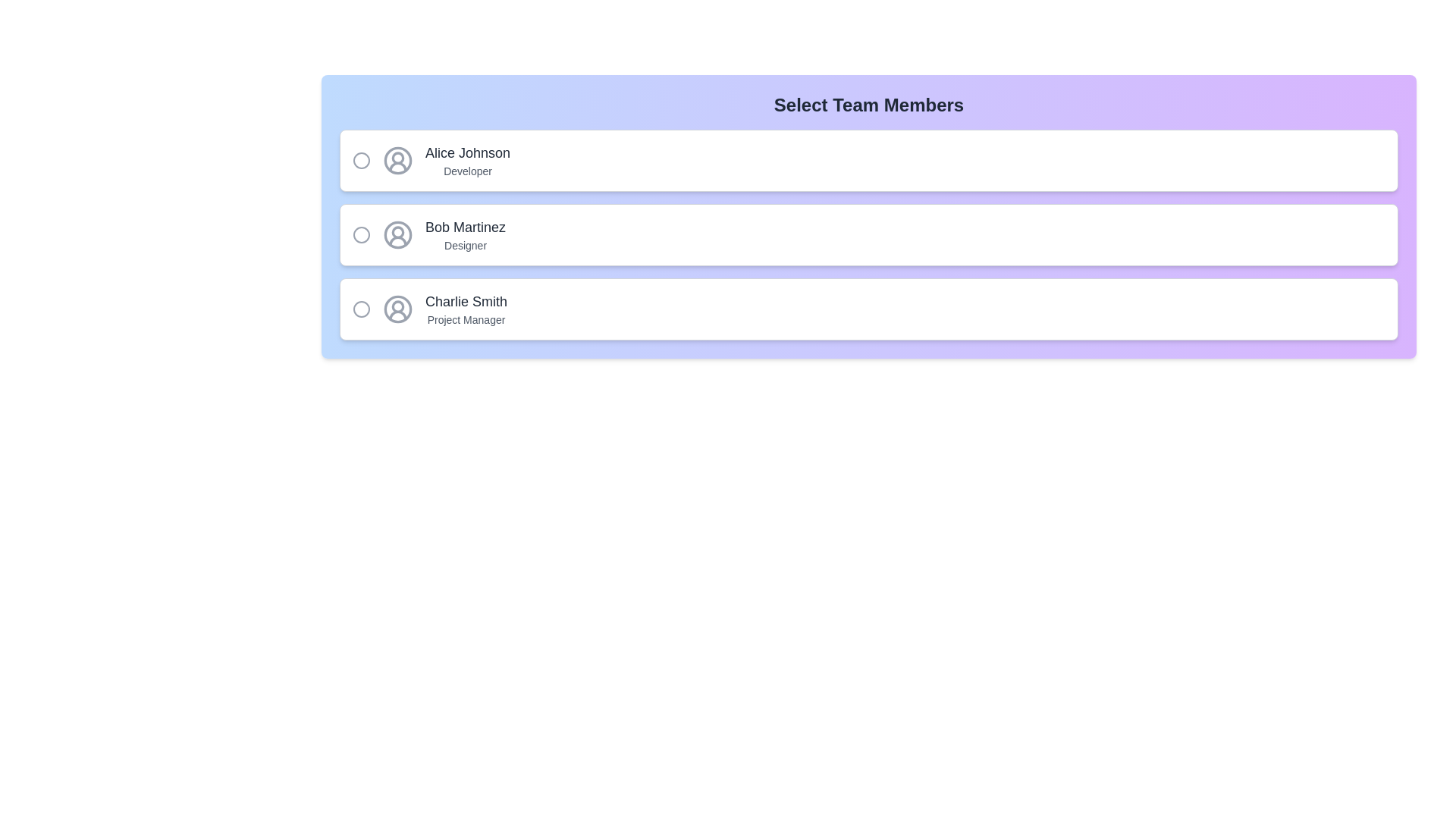 This screenshot has width=1456, height=819. I want to click on the header text reading 'Select Team Members', which is styled in bold and larger font at the top of a card-like layout with a gradient background, so click(869, 104).